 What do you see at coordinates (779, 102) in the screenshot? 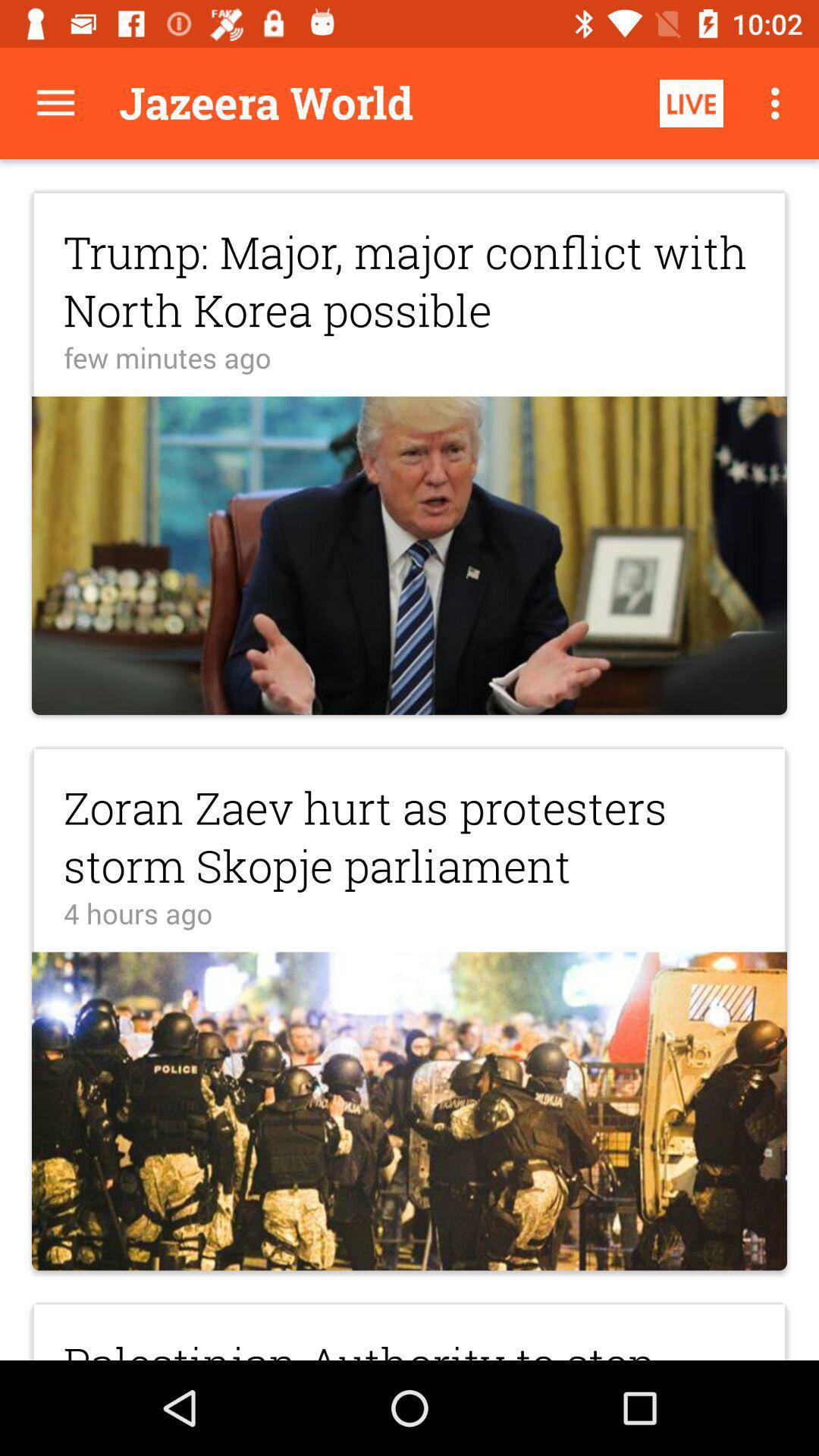
I see `icon above the trump major major item` at bounding box center [779, 102].